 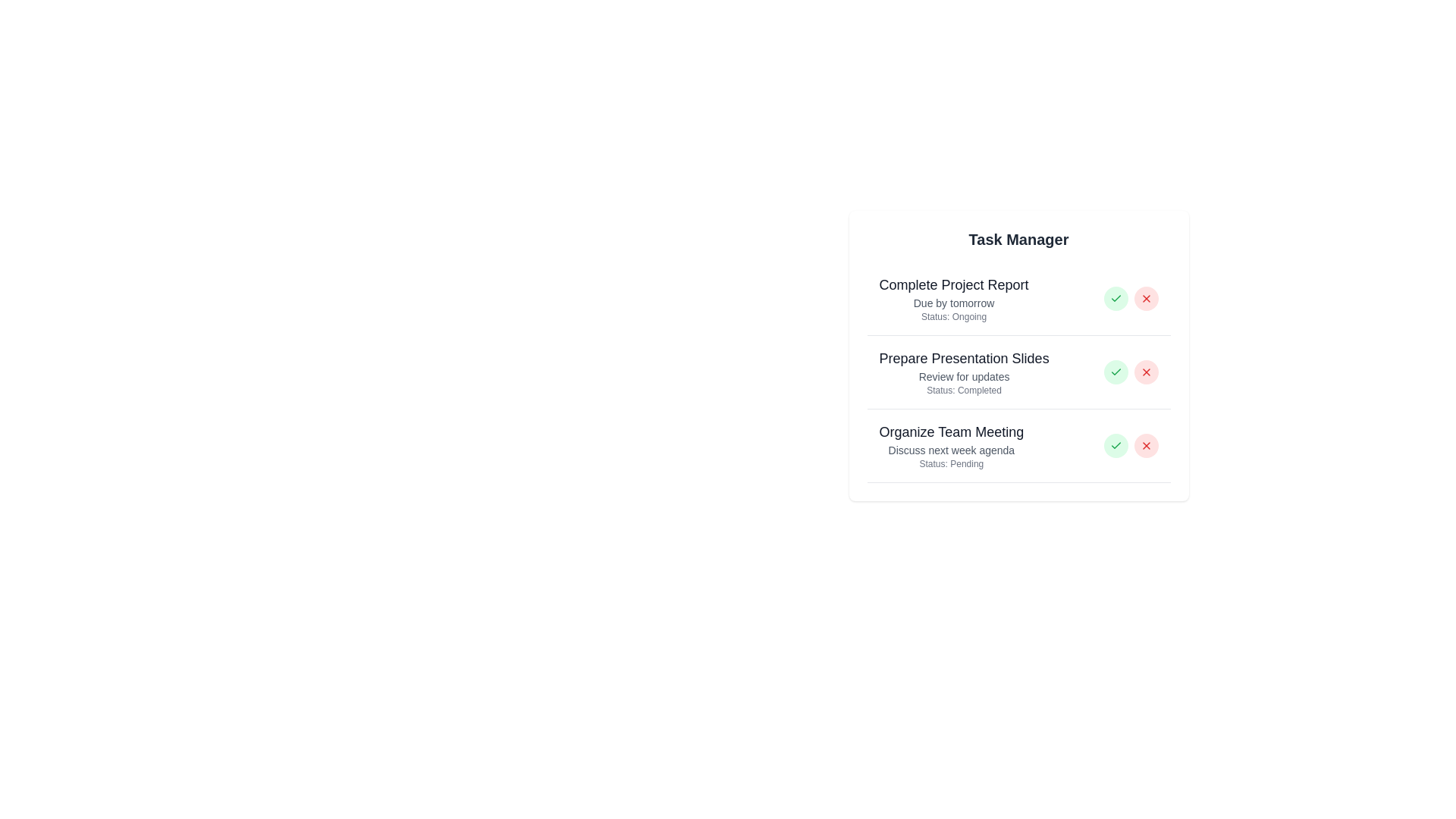 I want to click on the green 'complete' button with a checkmark icon located in the task list interface under 'Prepare Presentation Slides', so click(x=1116, y=372).